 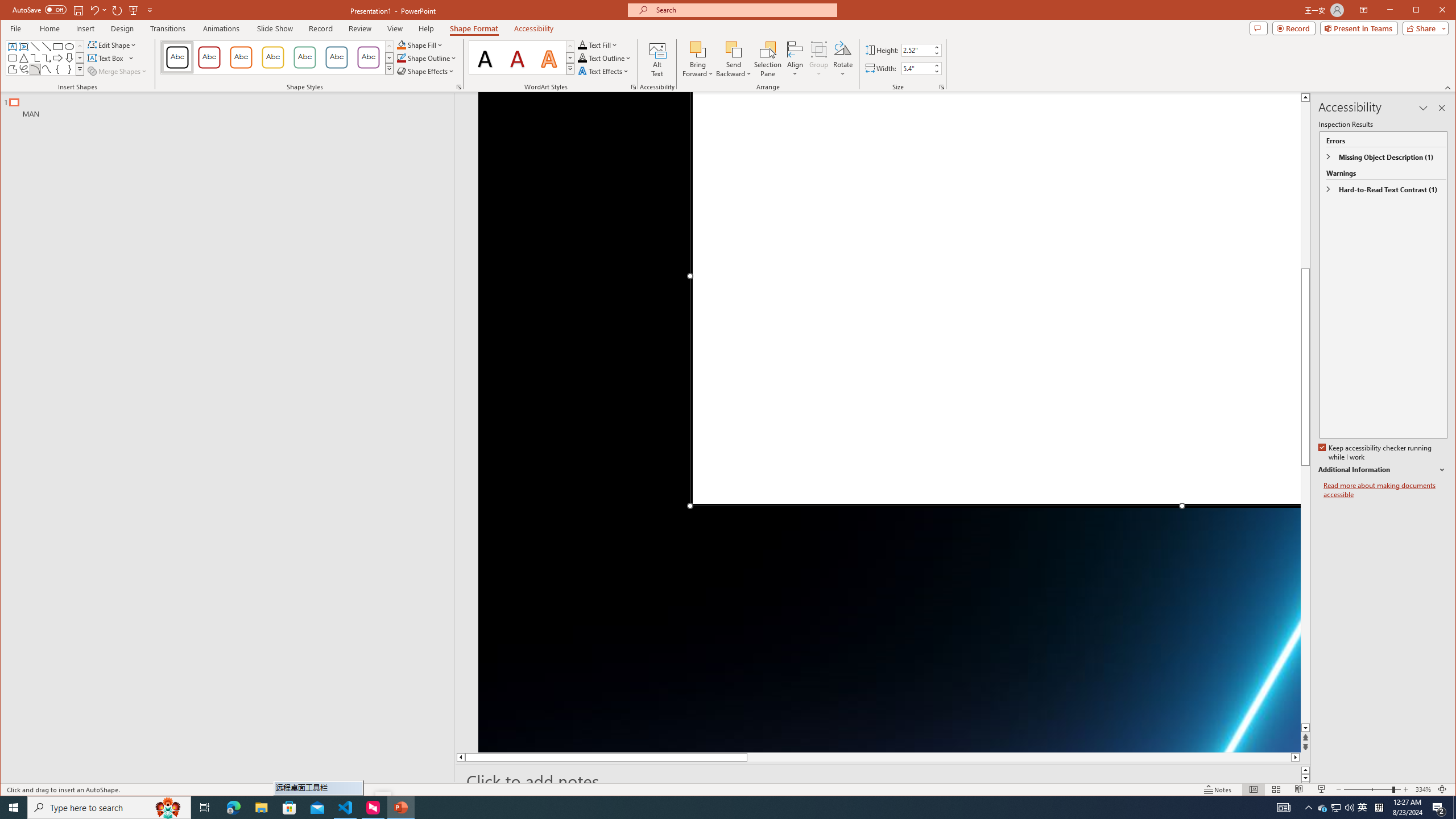 I want to click on 'Design', so click(x=122, y=28).